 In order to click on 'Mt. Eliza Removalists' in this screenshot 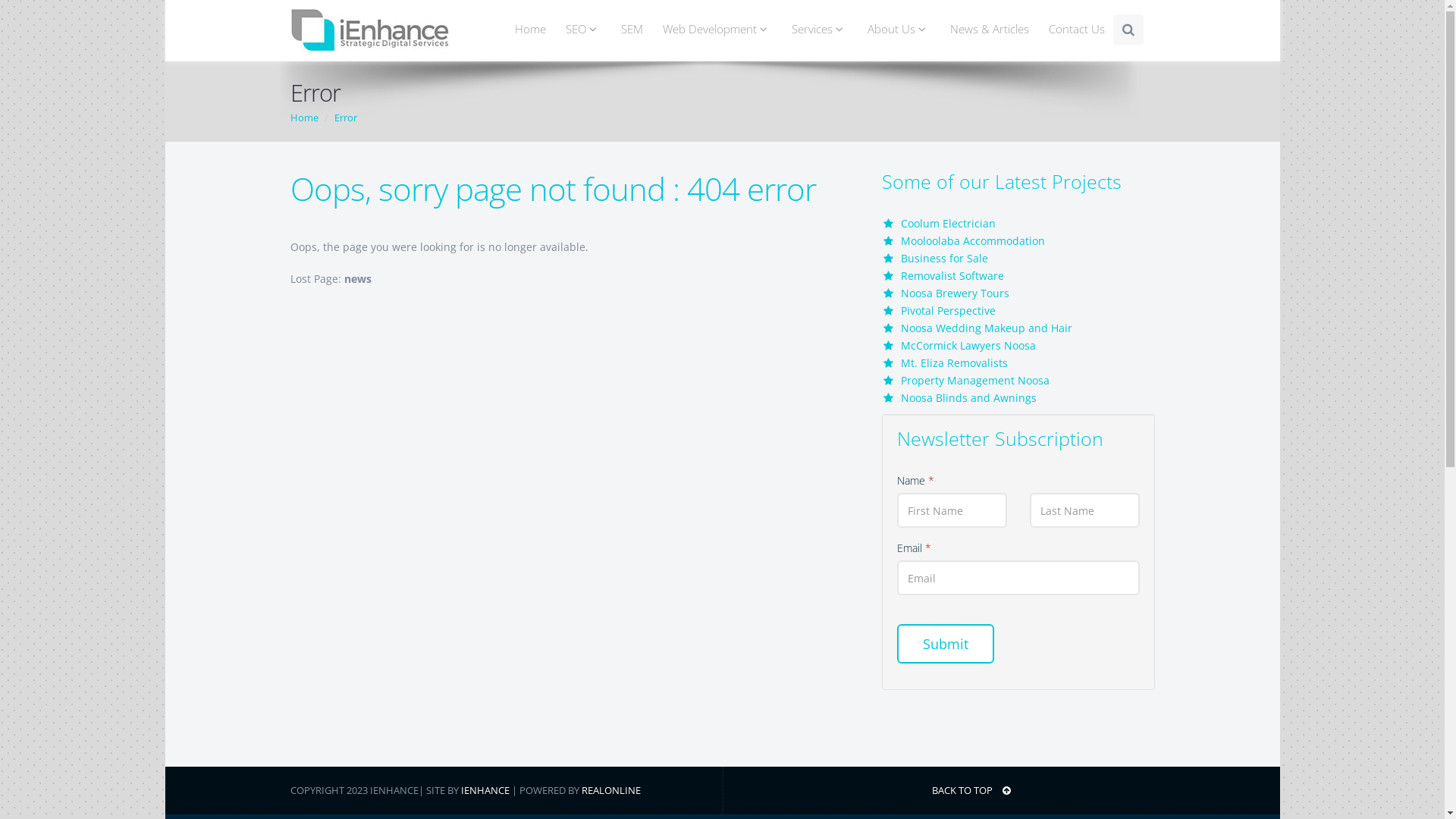, I will do `click(901, 362)`.